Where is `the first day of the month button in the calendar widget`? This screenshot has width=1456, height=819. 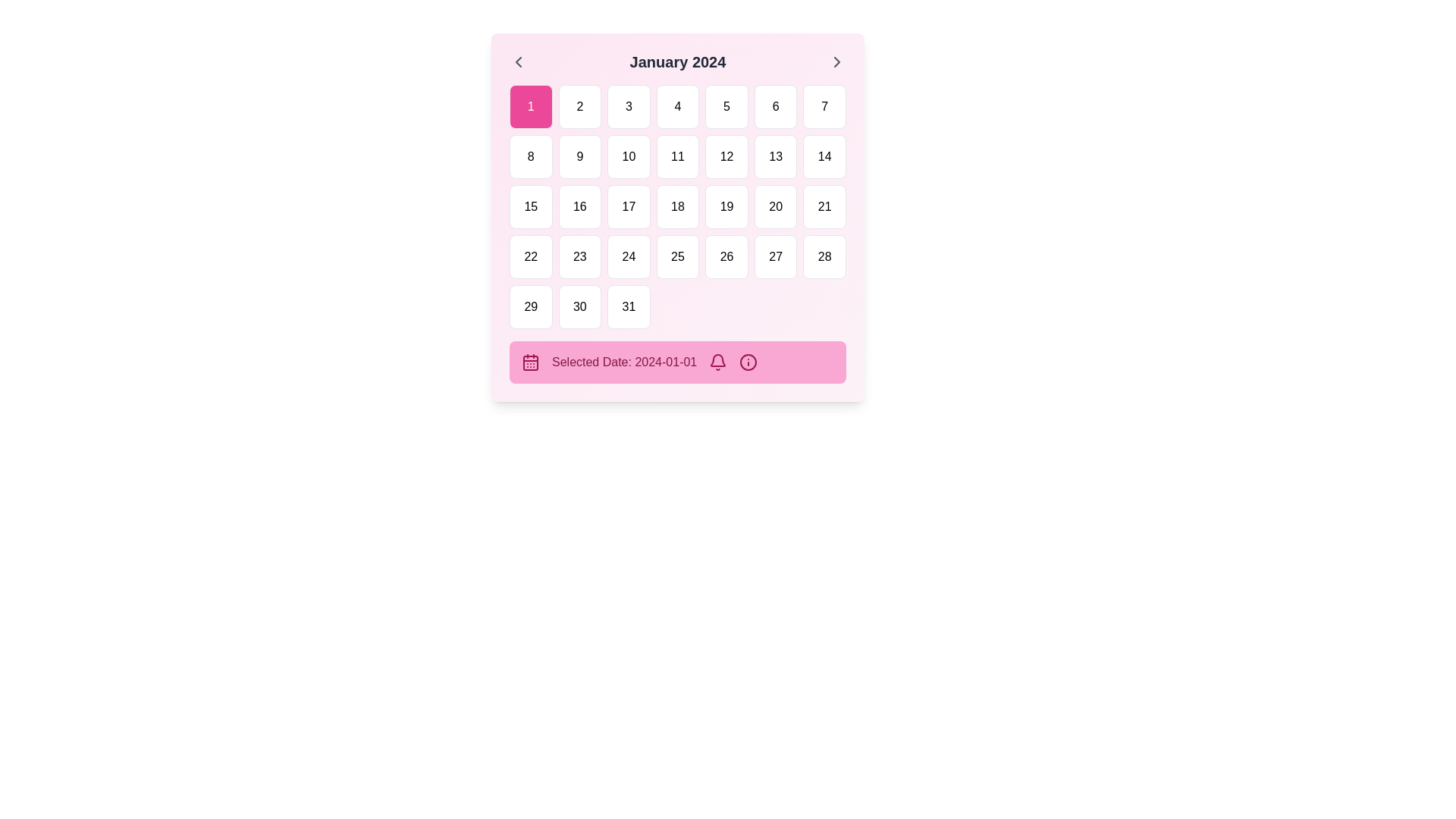 the first day of the month button in the calendar widget is located at coordinates (531, 106).